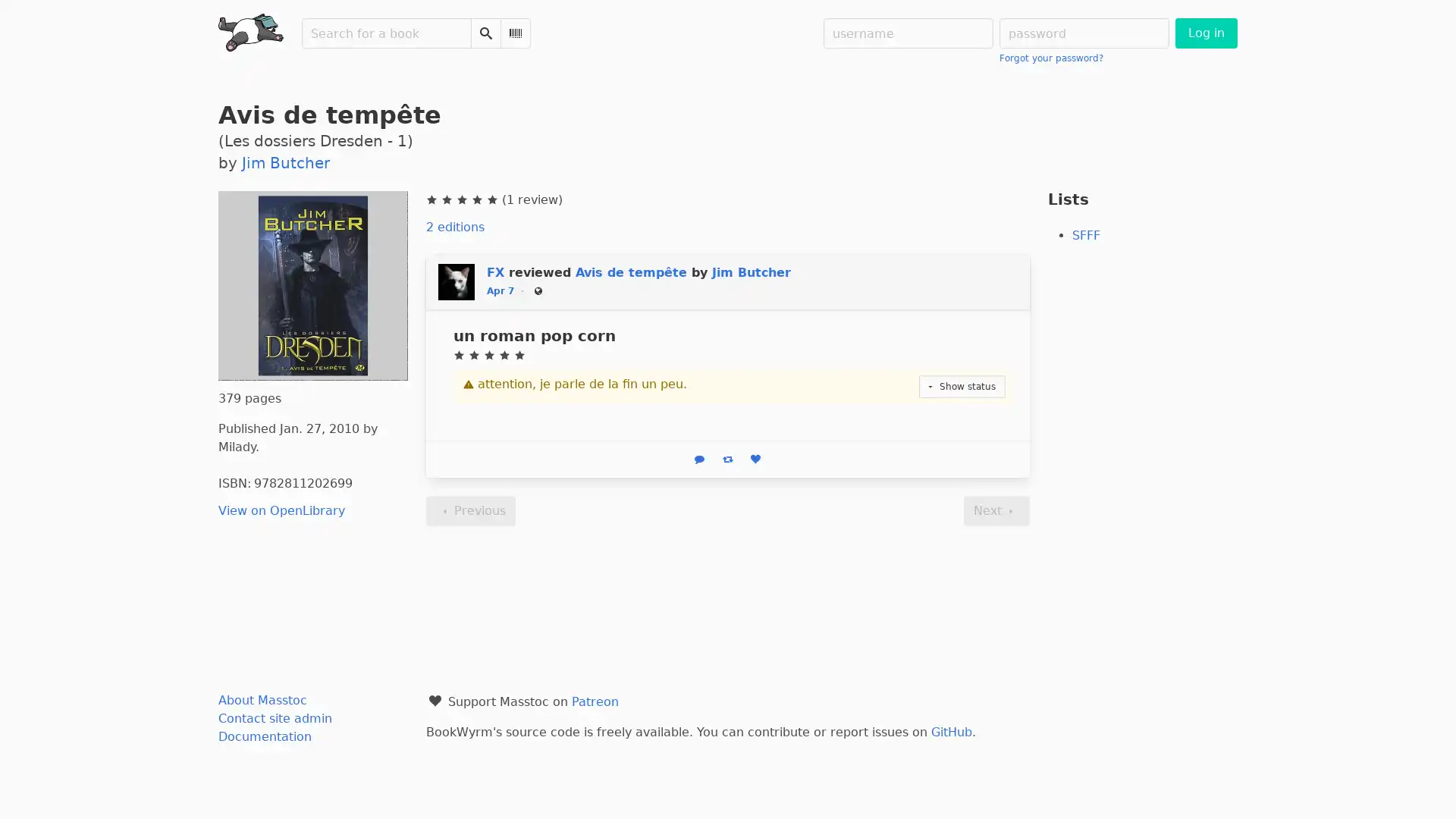 Image resolution: width=1456 pixels, height=819 pixels. Describe the element at coordinates (312, 285) in the screenshot. I see `Avis de tempete (2010, Milady) Click to enlarge` at that location.